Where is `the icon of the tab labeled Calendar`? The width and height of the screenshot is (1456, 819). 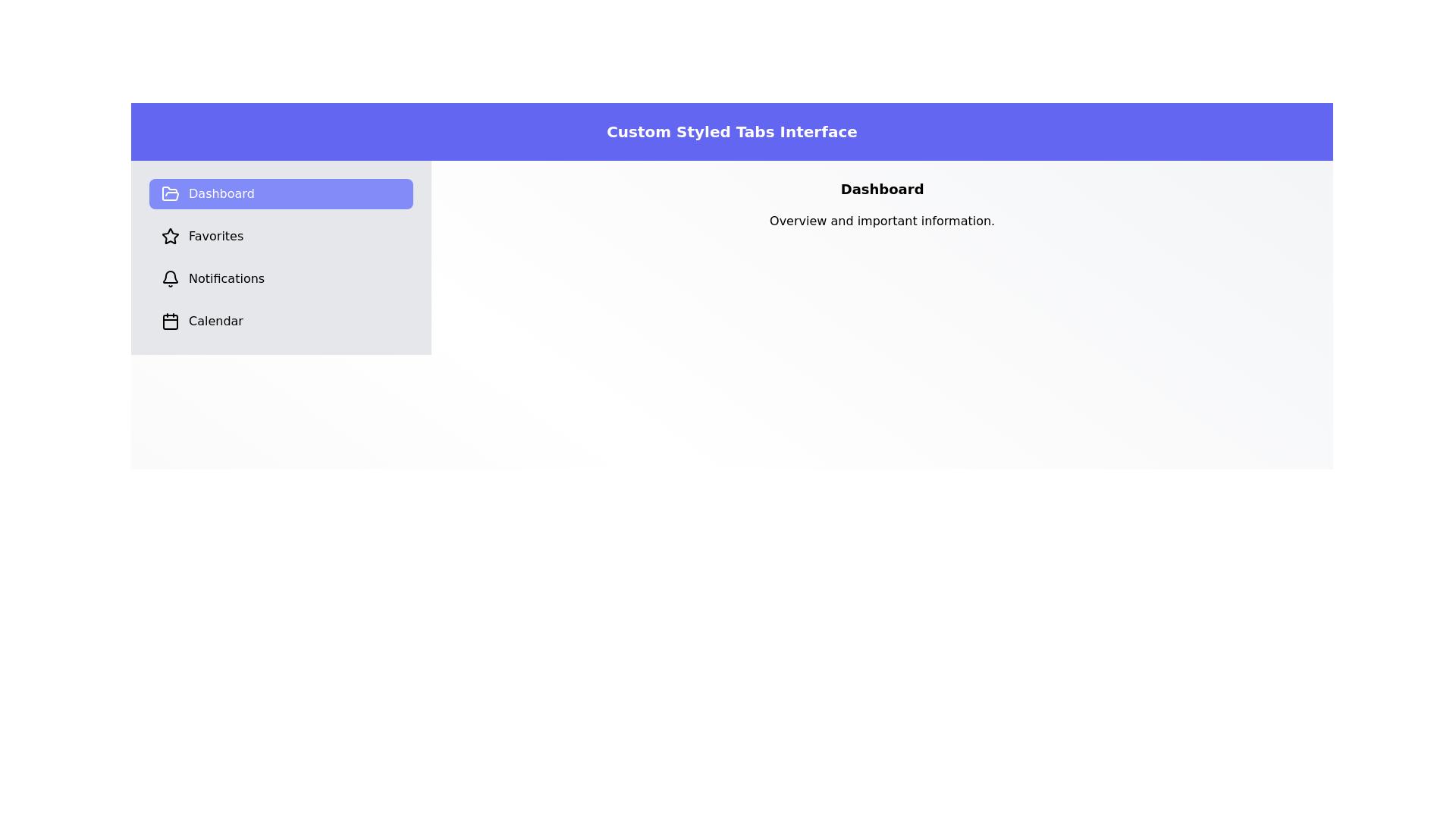
the icon of the tab labeled Calendar is located at coordinates (171, 321).